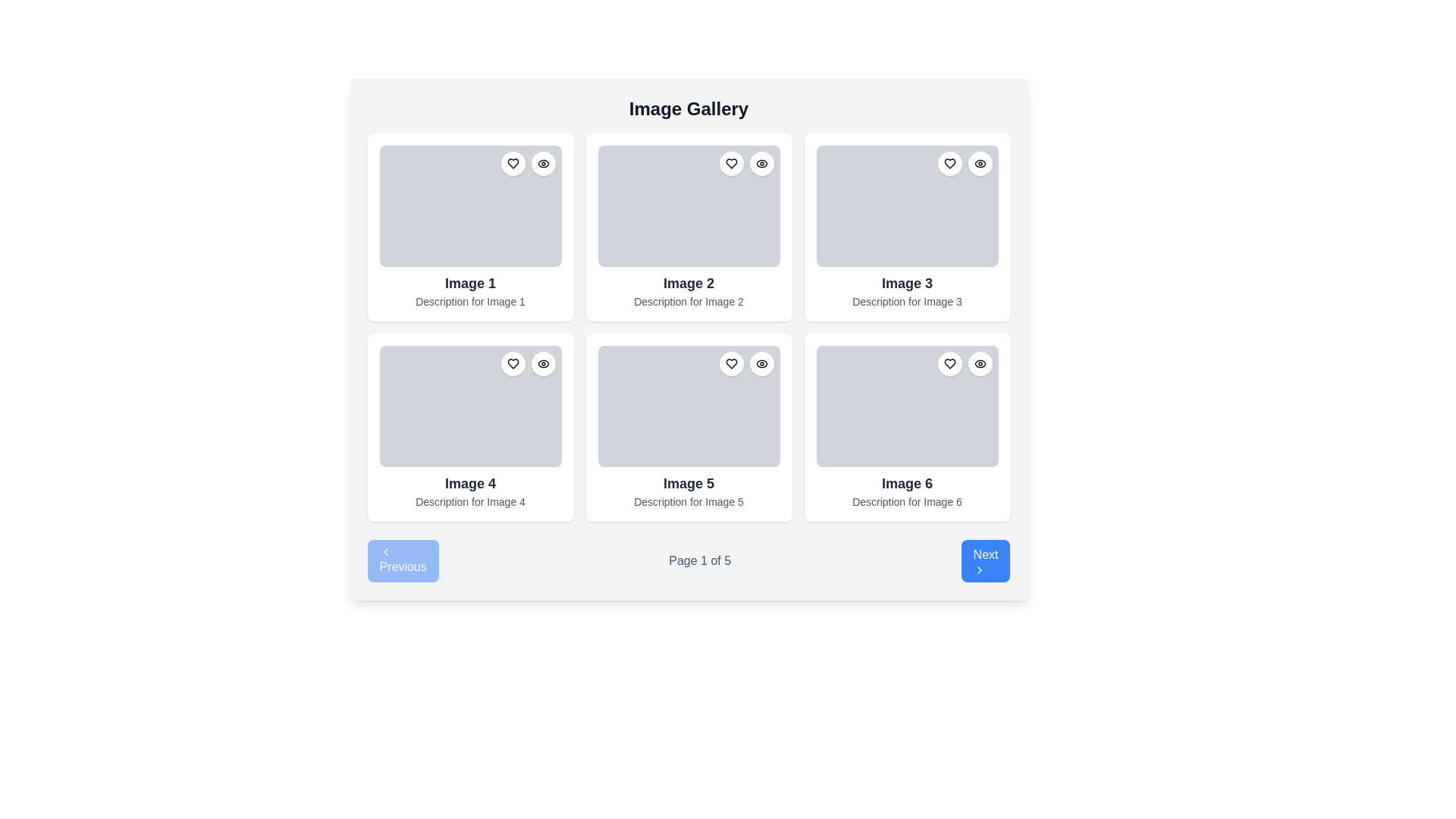 This screenshot has width=1456, height=819. Describe the element at coordinates (731, 164) in the screenshot. I see `the 'like' button located at the top-right corner of the second image in the second row of the gallery` at that location.